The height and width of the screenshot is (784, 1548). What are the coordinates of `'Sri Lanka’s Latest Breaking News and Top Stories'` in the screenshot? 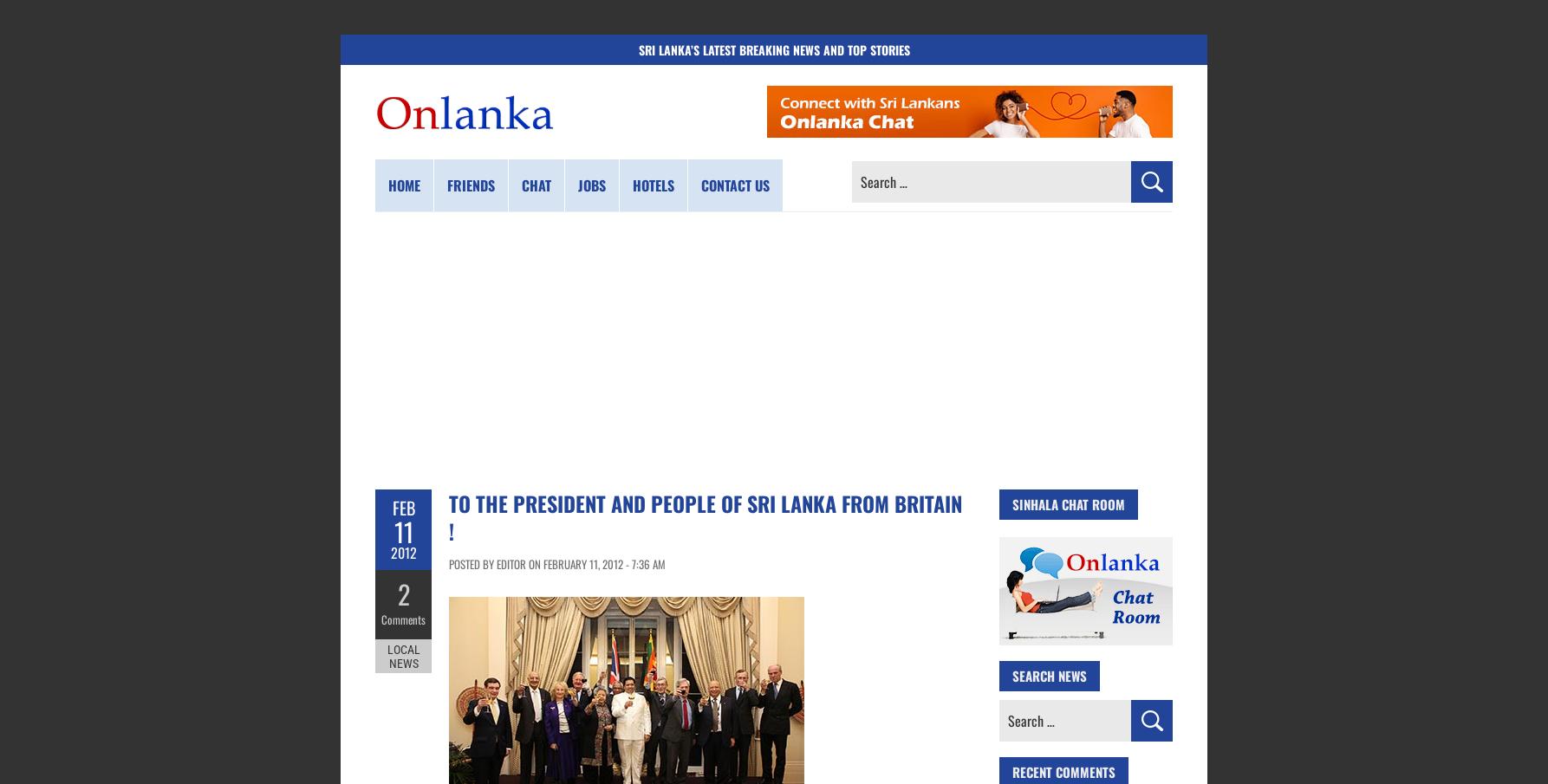 It's located at (772, 49).